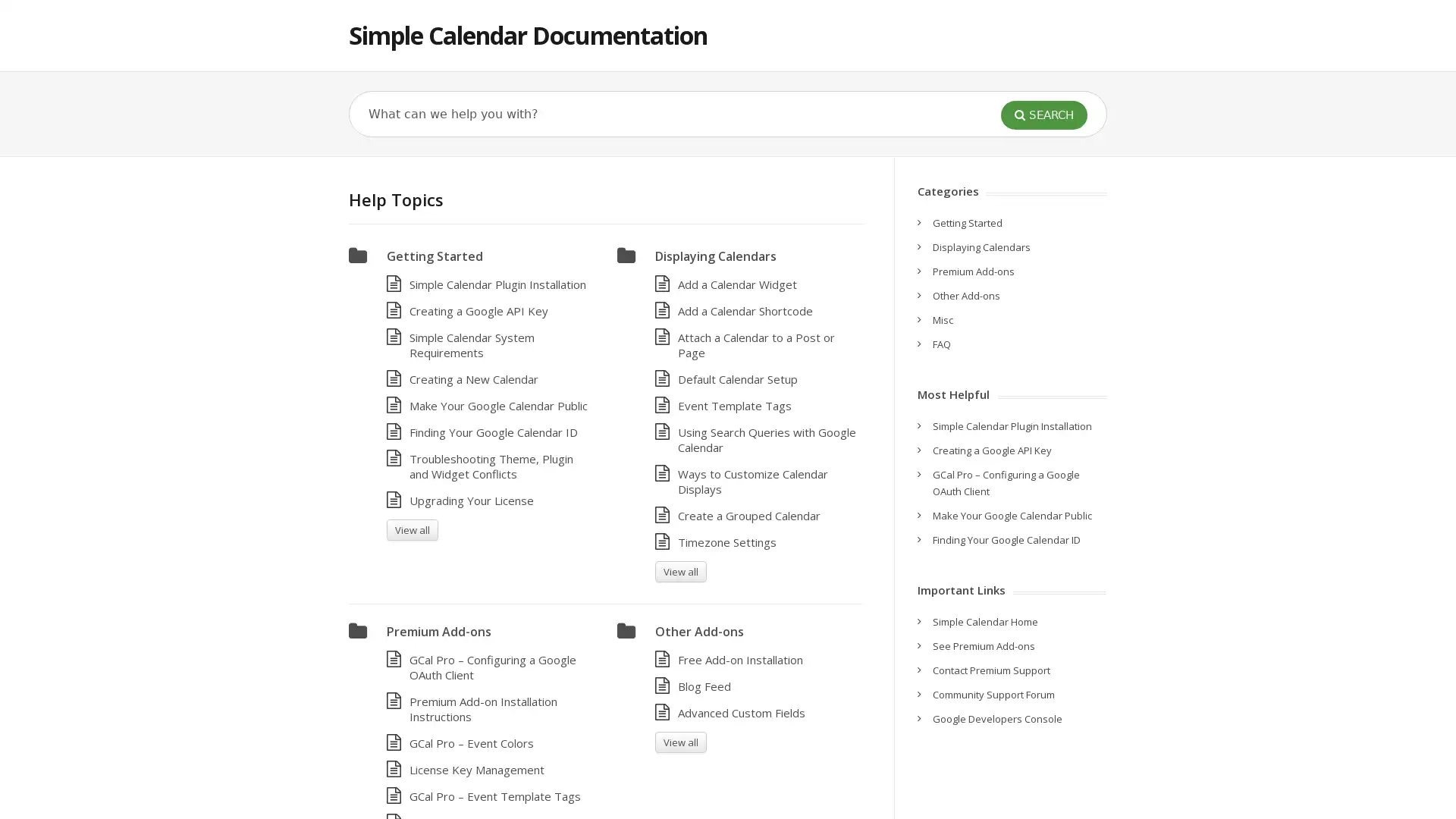 The image size is (1456, 819). What do you see at coordinates (1043, 114) in the screenshot?
I see `SEARCH` at bounding box center [1043, 114].